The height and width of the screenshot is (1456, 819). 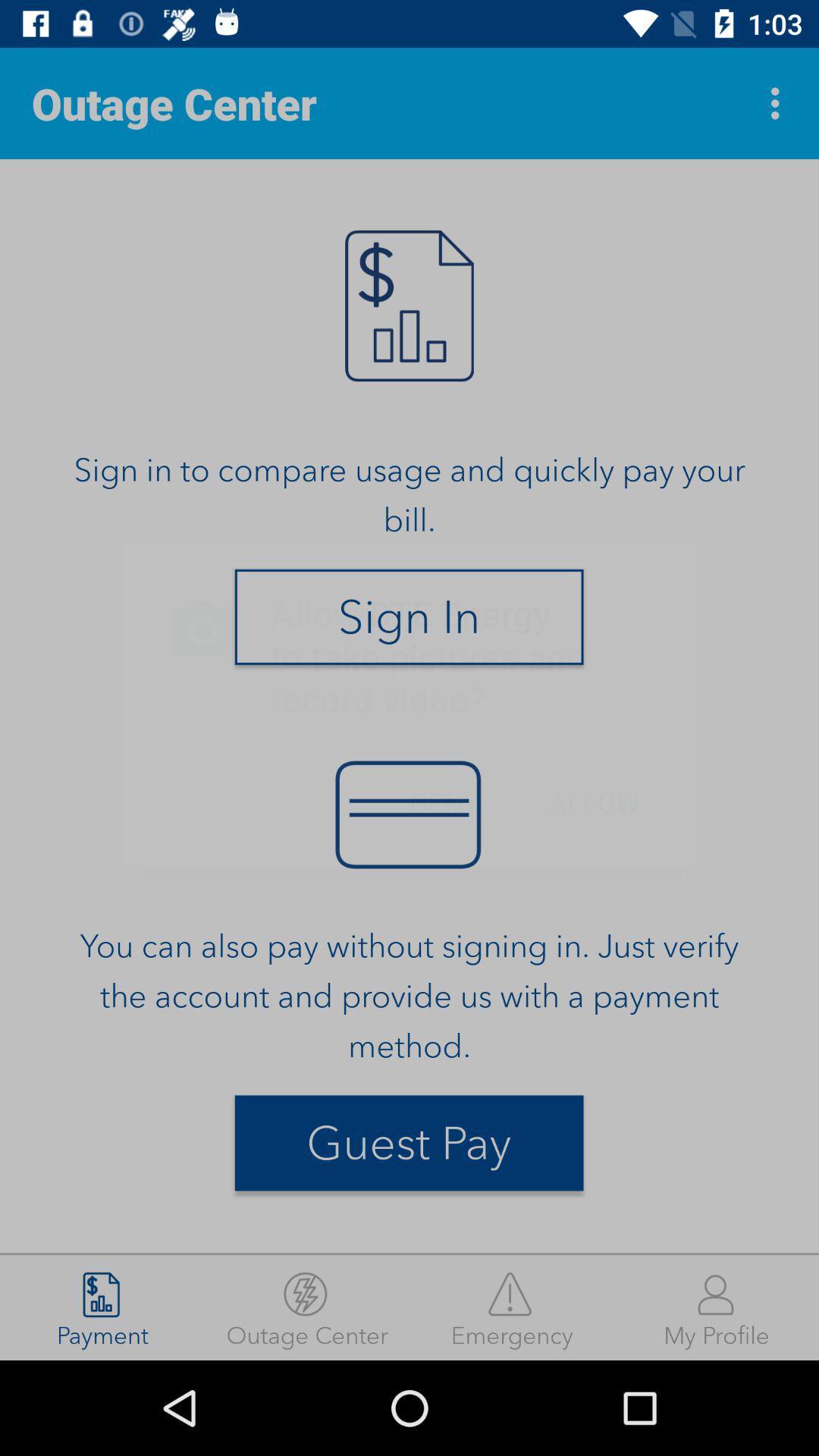 I want to click on the item to the right of the outage center, so click(x=512, y=1307).